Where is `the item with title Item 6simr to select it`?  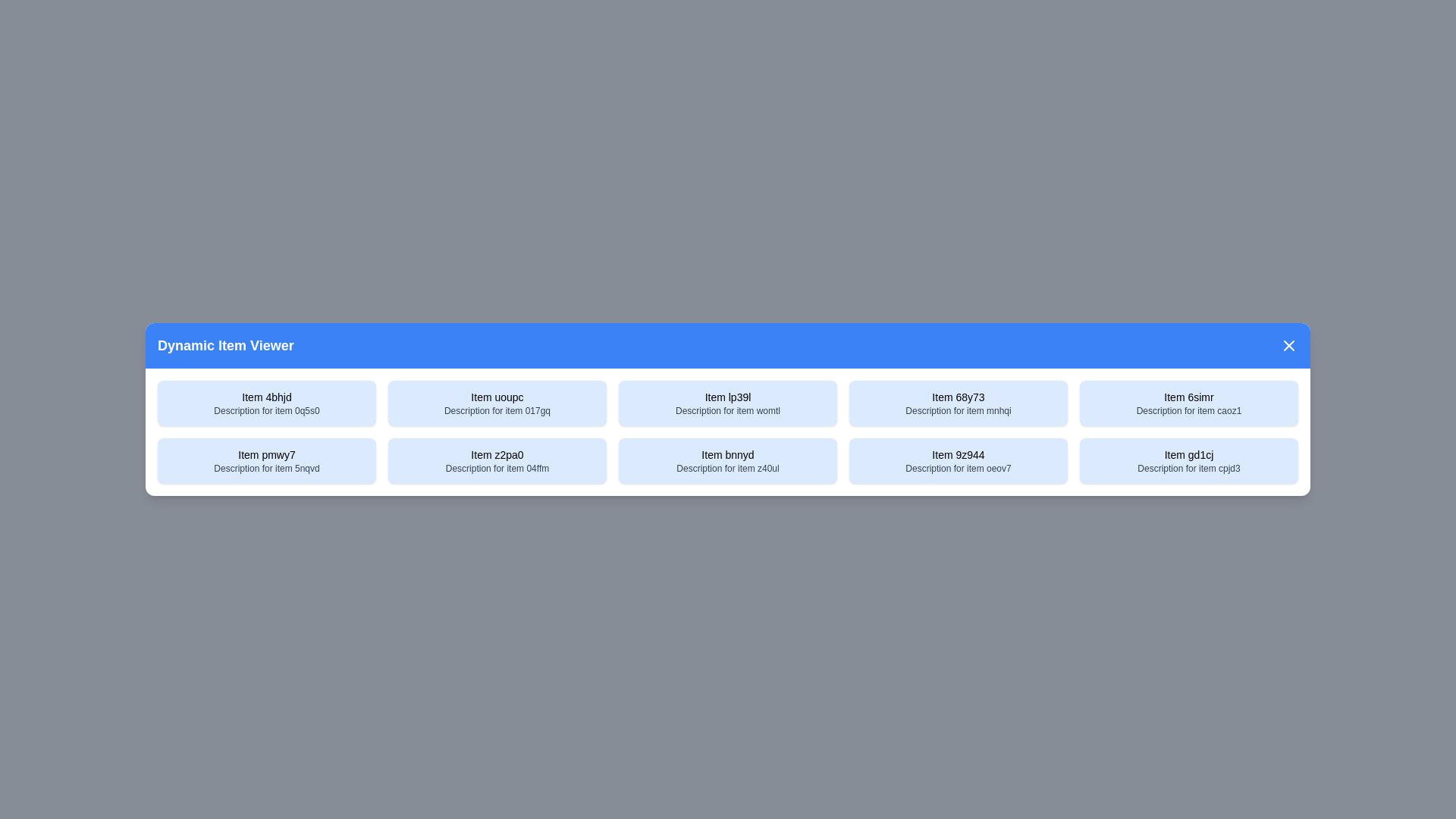
the item with title Item 6simr to select it is located at coordinates (1188, 403).